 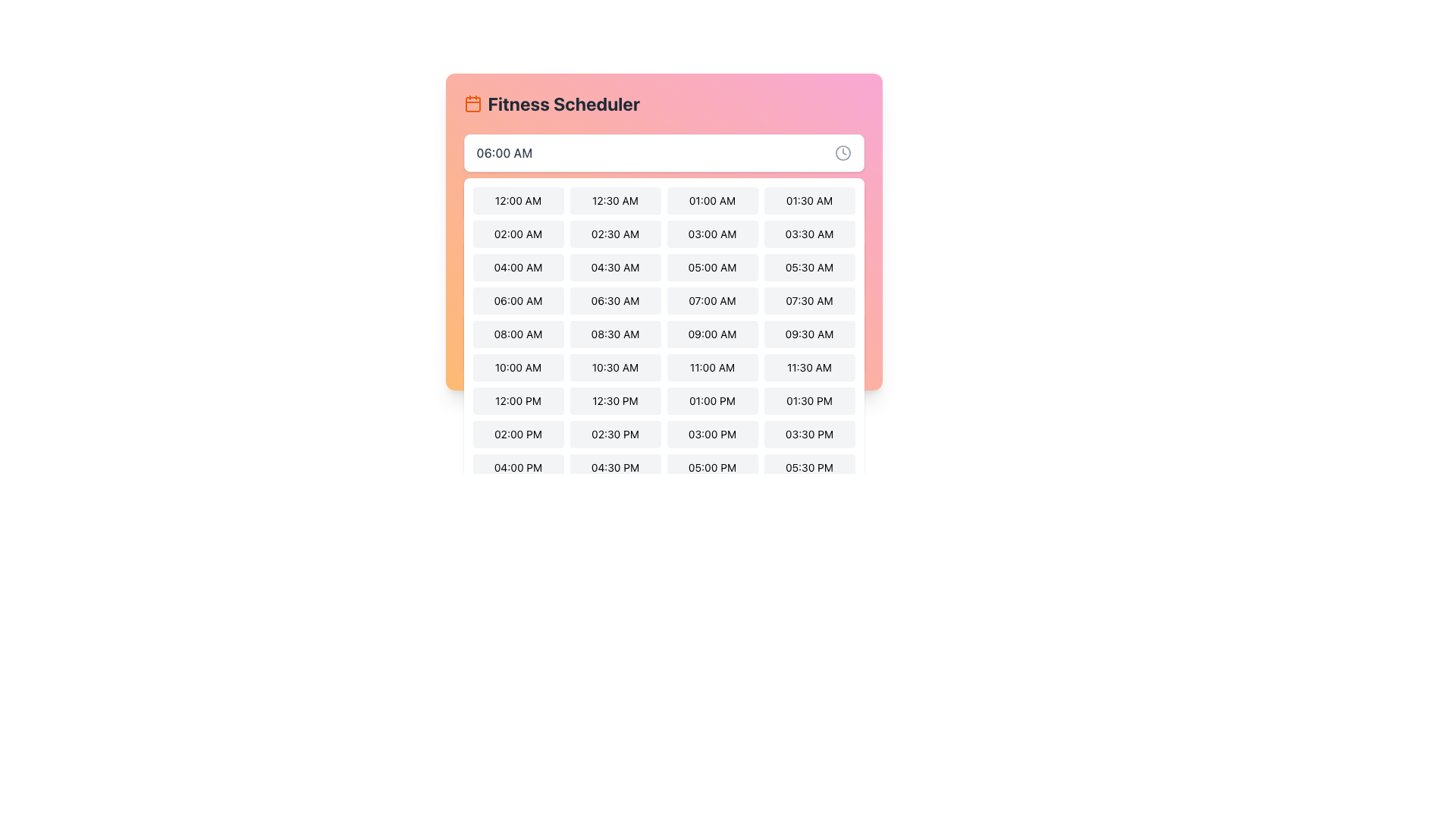 I want to click on the time slot in the grid of selectable options within the 'Fitness Scheduler' panel, so click(x=664, y=305).